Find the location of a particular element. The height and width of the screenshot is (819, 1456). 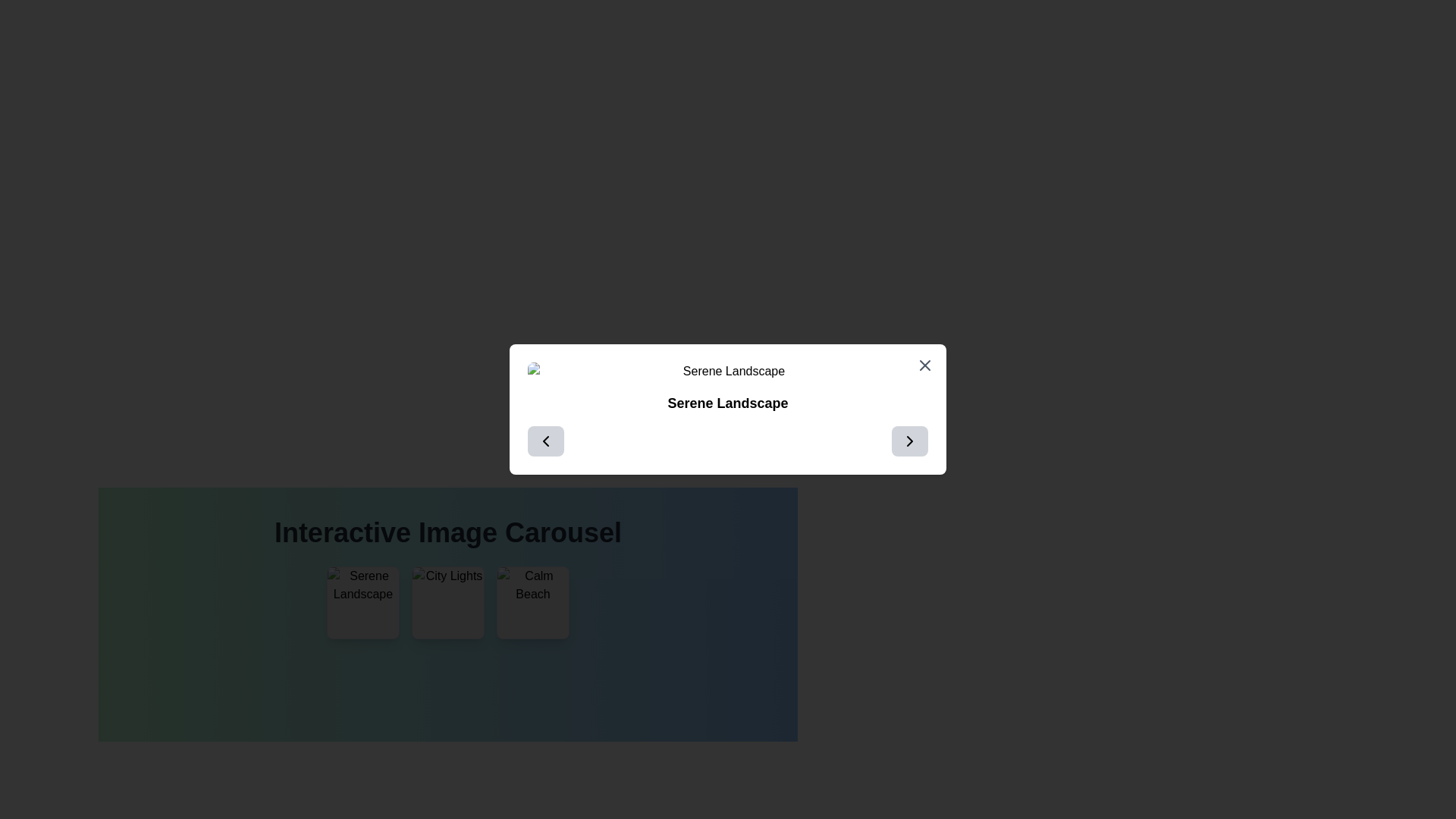

the leftmost image in the 'Interactive Image Carousel' is located at coordinates (362, 601).